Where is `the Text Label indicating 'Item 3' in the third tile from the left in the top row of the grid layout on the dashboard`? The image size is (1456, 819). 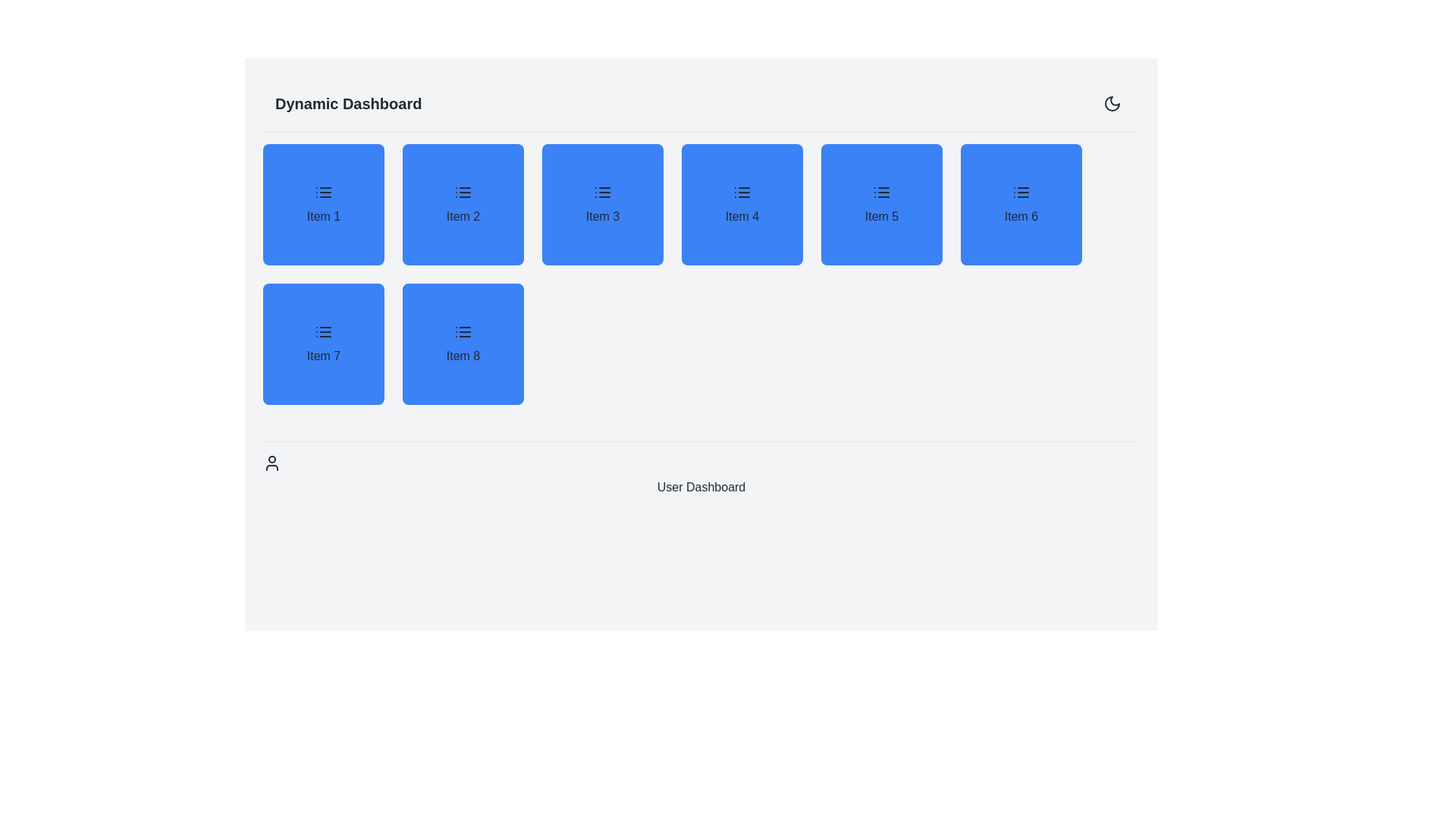
the Text Label indicating 'Item 3' in the third tile from the left in the top row of the grid layout on the dashboard is located at coordinates (602, 216).